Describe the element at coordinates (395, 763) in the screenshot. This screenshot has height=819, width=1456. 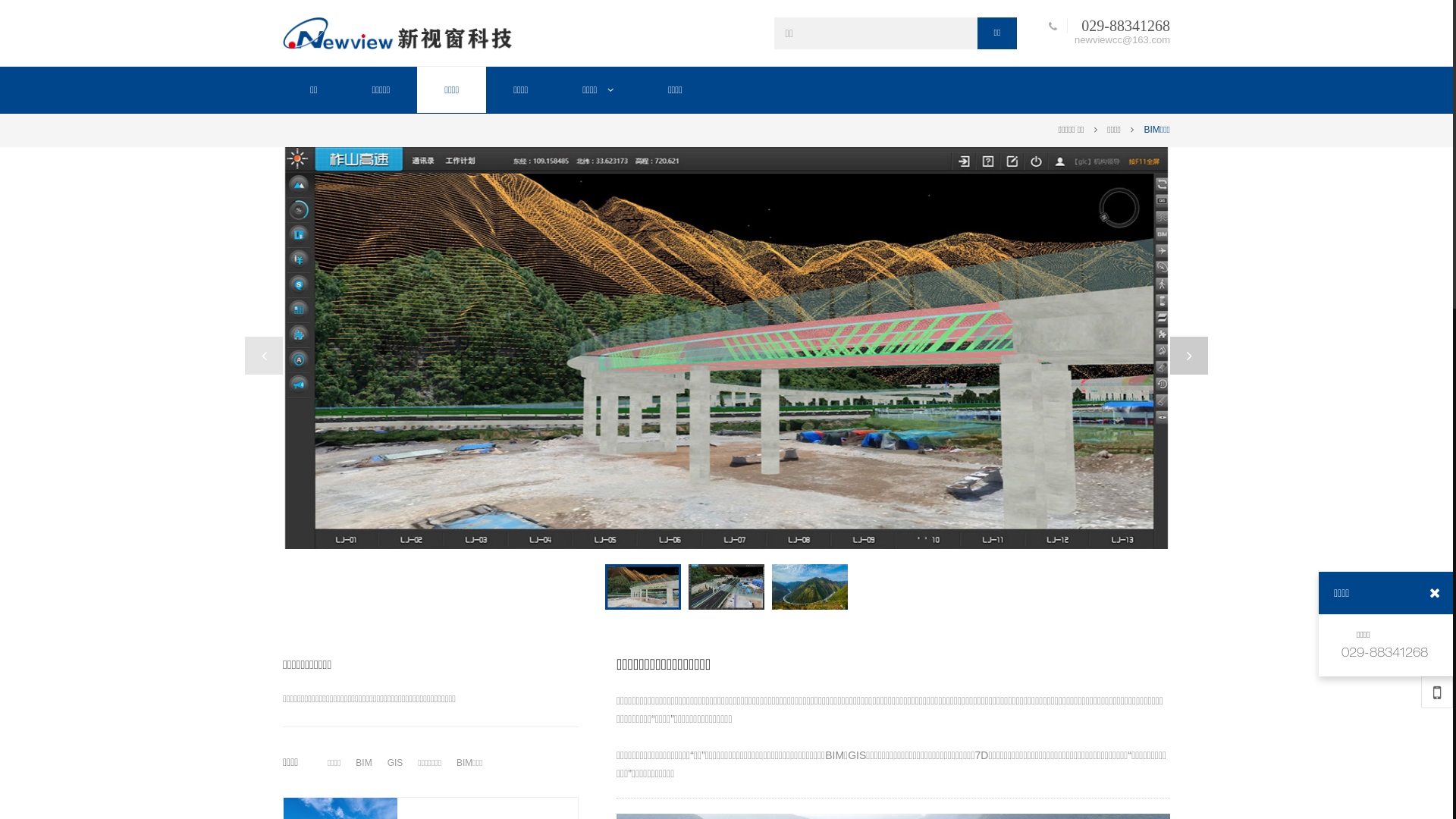
I see `'GIS'` at that location.